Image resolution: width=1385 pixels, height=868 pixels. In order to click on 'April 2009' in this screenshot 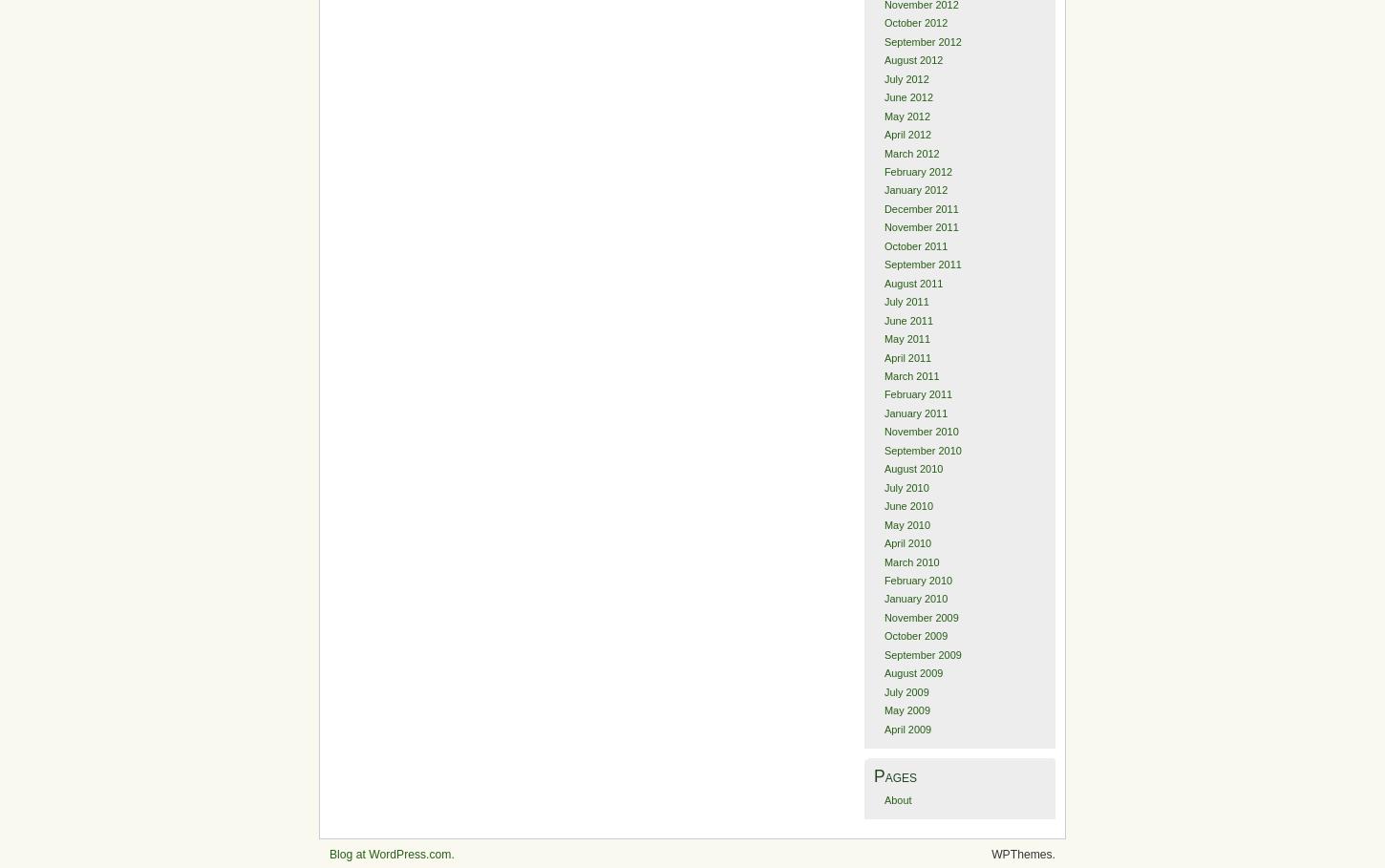, I will do `click(906, 729)`.